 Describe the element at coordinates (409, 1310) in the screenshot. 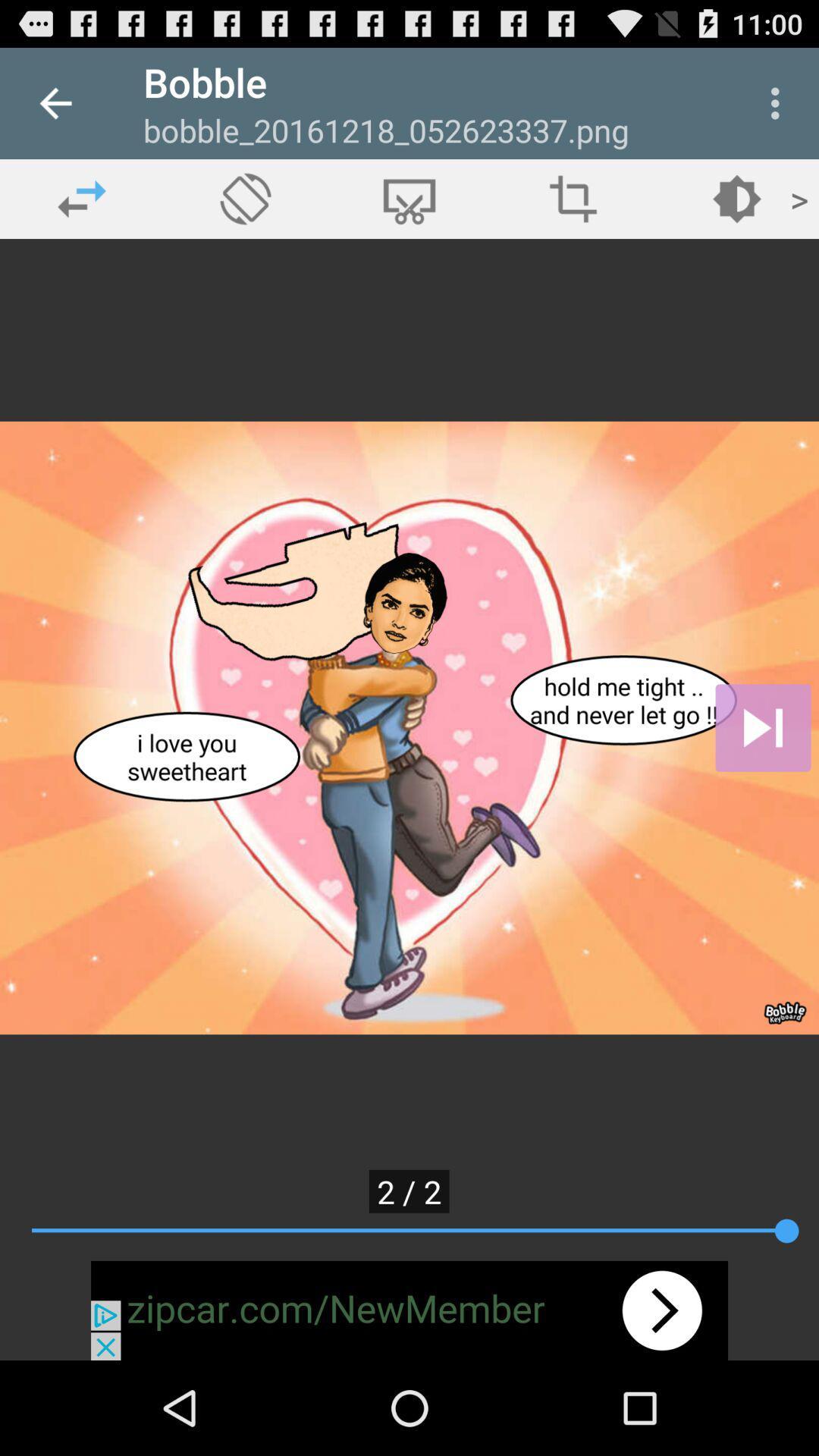

I see `advertisement site for zipcar` at that location.